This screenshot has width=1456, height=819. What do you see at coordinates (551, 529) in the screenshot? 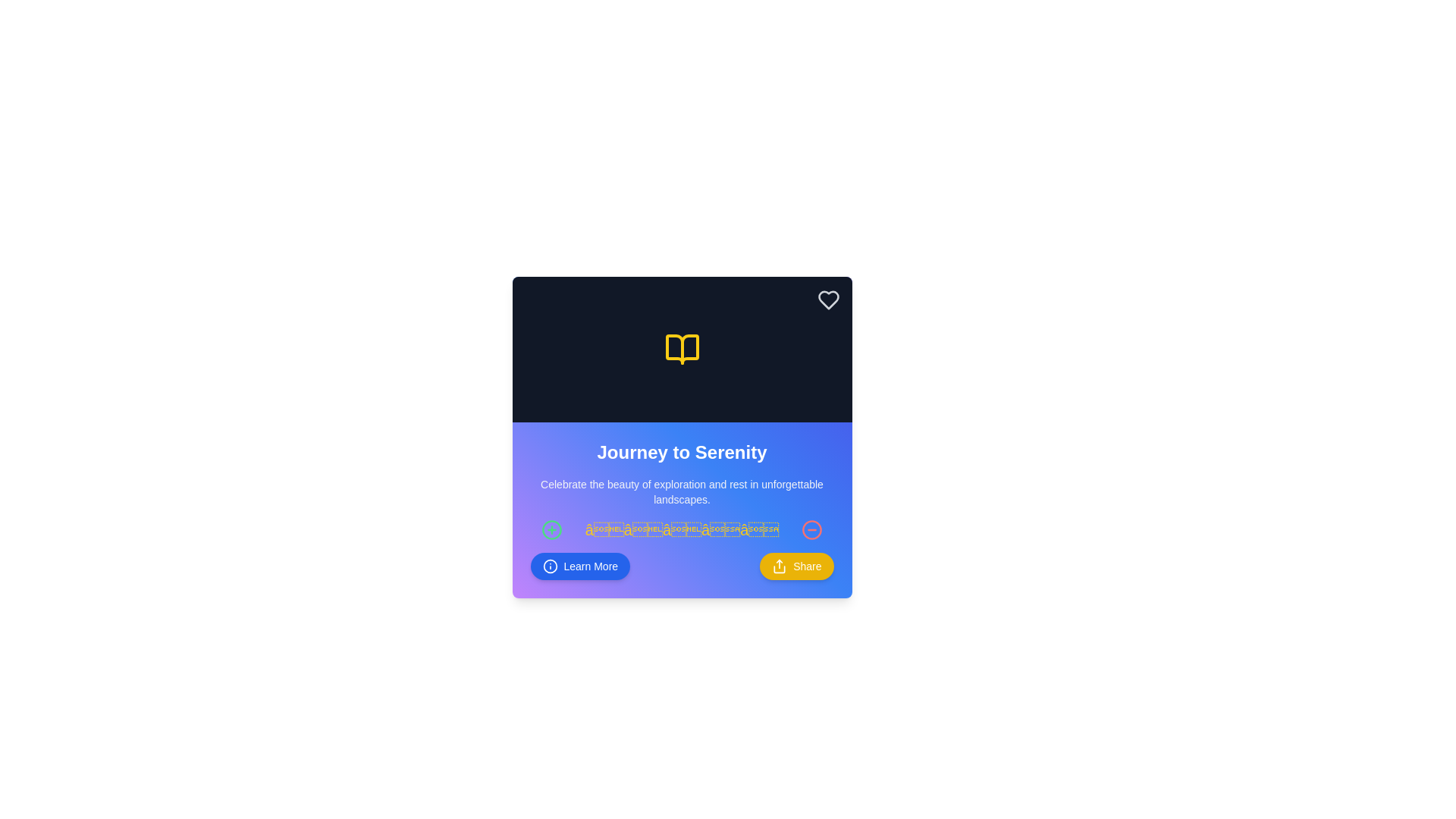
I see `the left circular SVG graphic with a thin border located at the bottom left section of a card layout` at bounding box center [551, 529].